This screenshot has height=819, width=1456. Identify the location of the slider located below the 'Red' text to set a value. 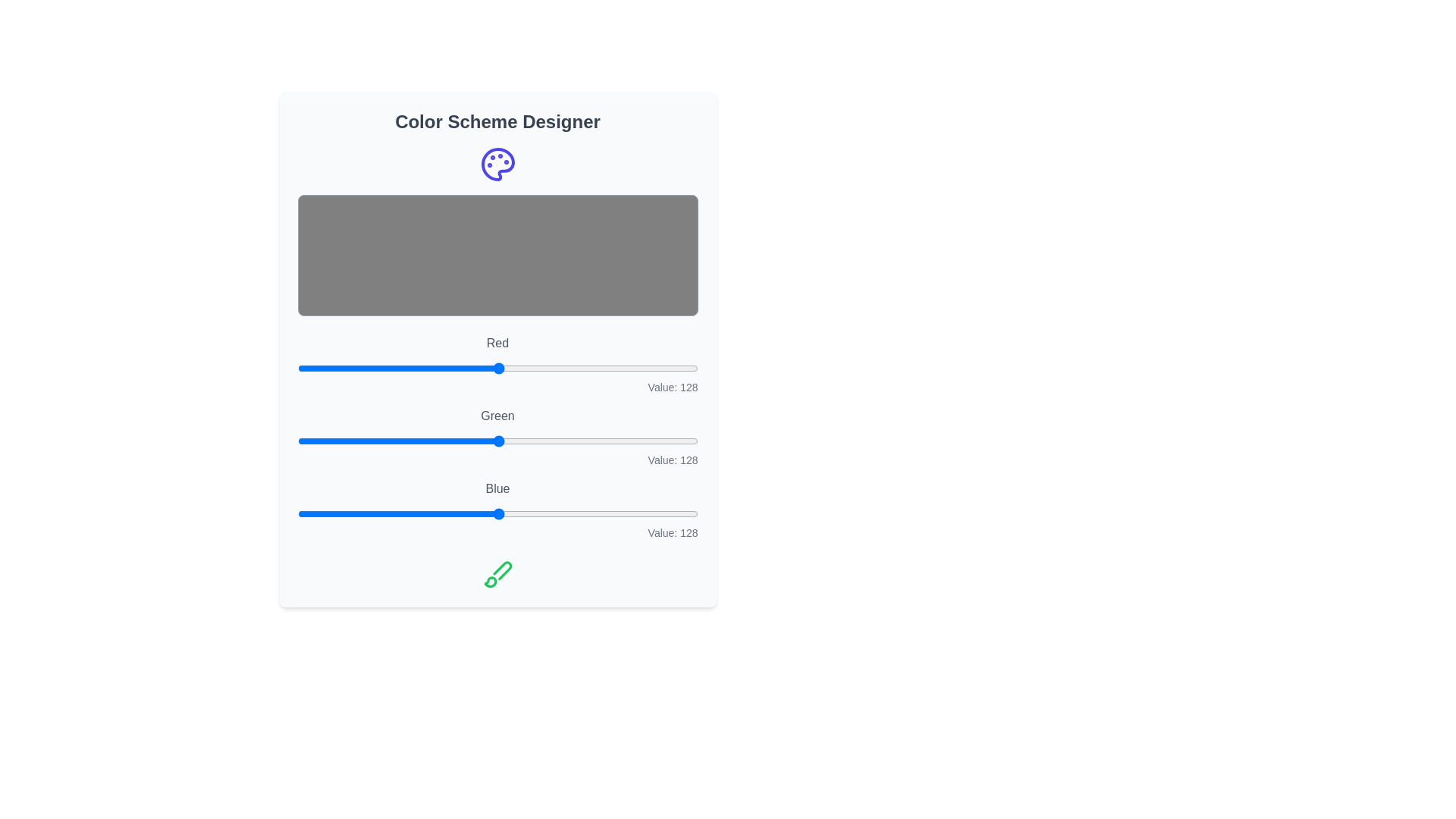
(497, 369).